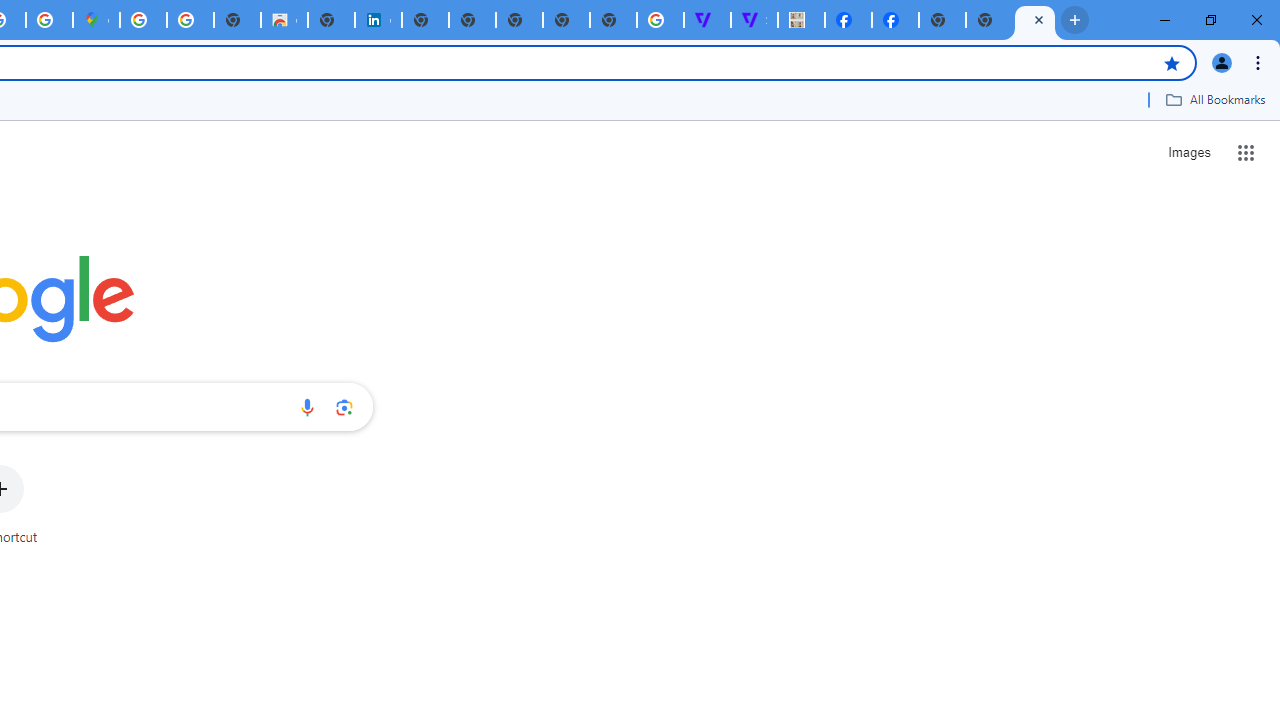 Image resolution: width=1280 pixels, height=720 pixels. What do you see at coordinates (95, 20) in the screenshot?
I see `'Google Maps'` at bounding box center [95, 20].